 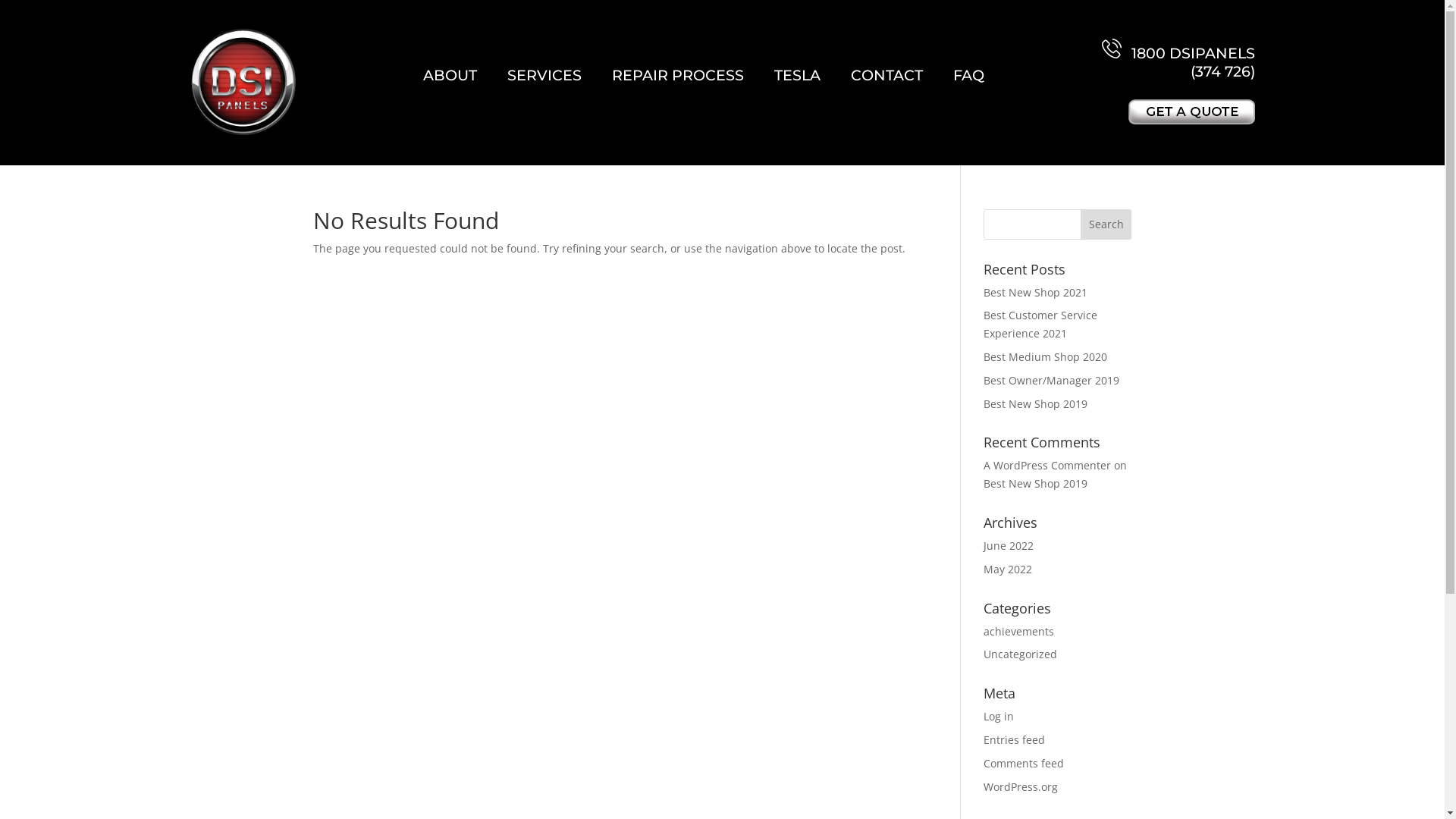 I want to click on 'Best Owner/Manager 2019', so click(x=1050, y=379).